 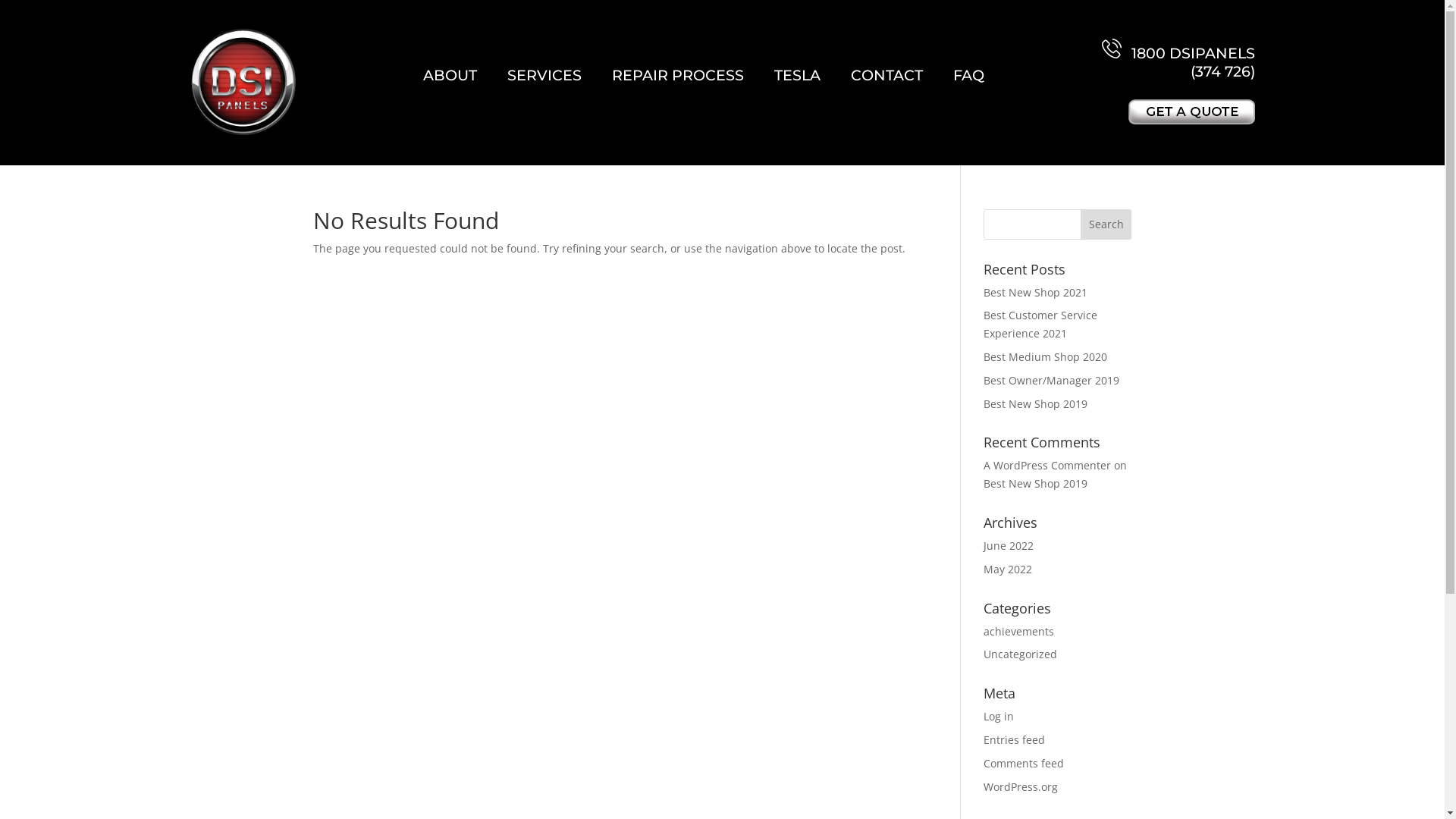 I want to click on 'Best Owner/Manager 2019', so click(x=1050, y=379).